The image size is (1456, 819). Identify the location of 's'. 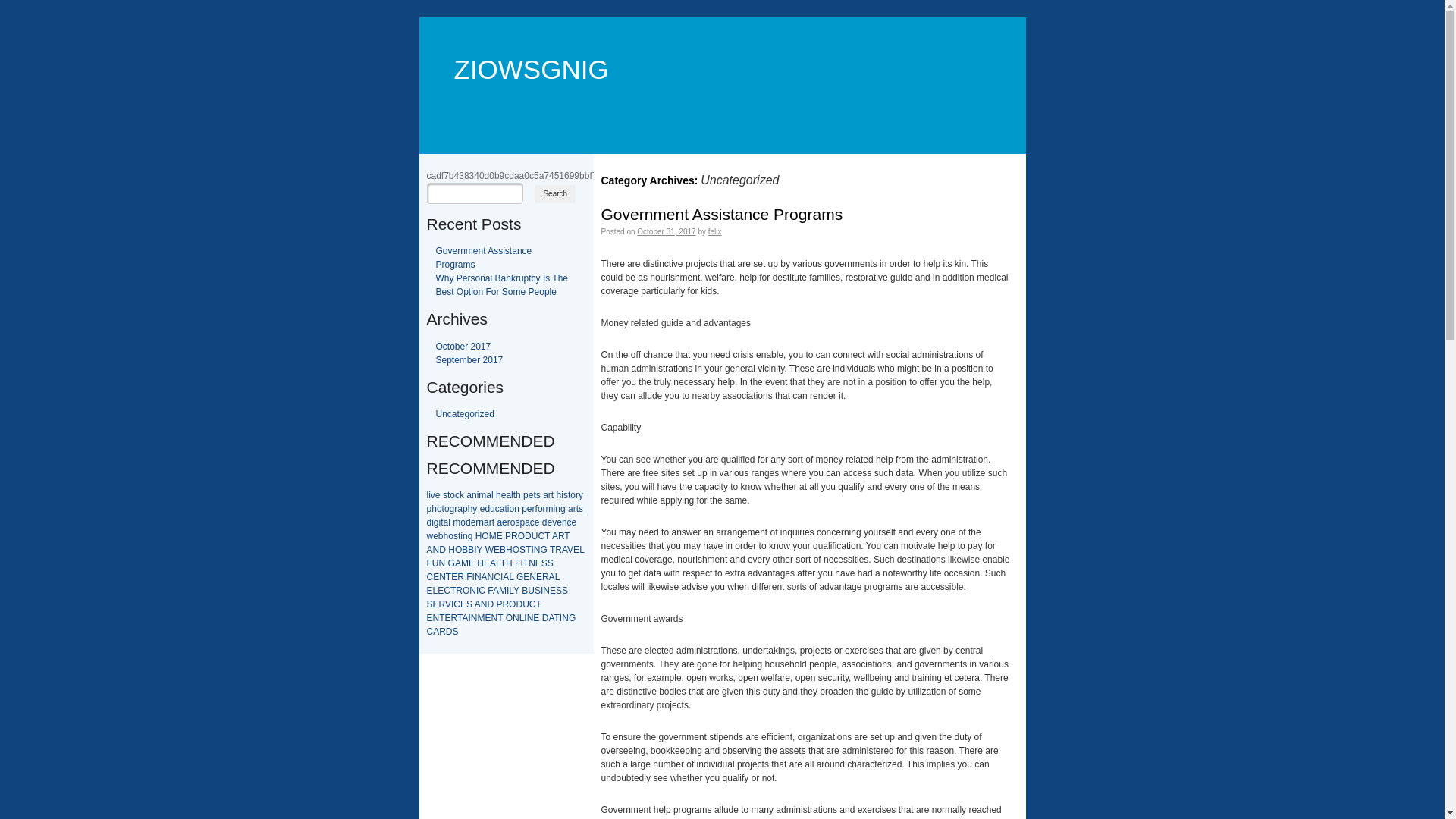
(516, 522).